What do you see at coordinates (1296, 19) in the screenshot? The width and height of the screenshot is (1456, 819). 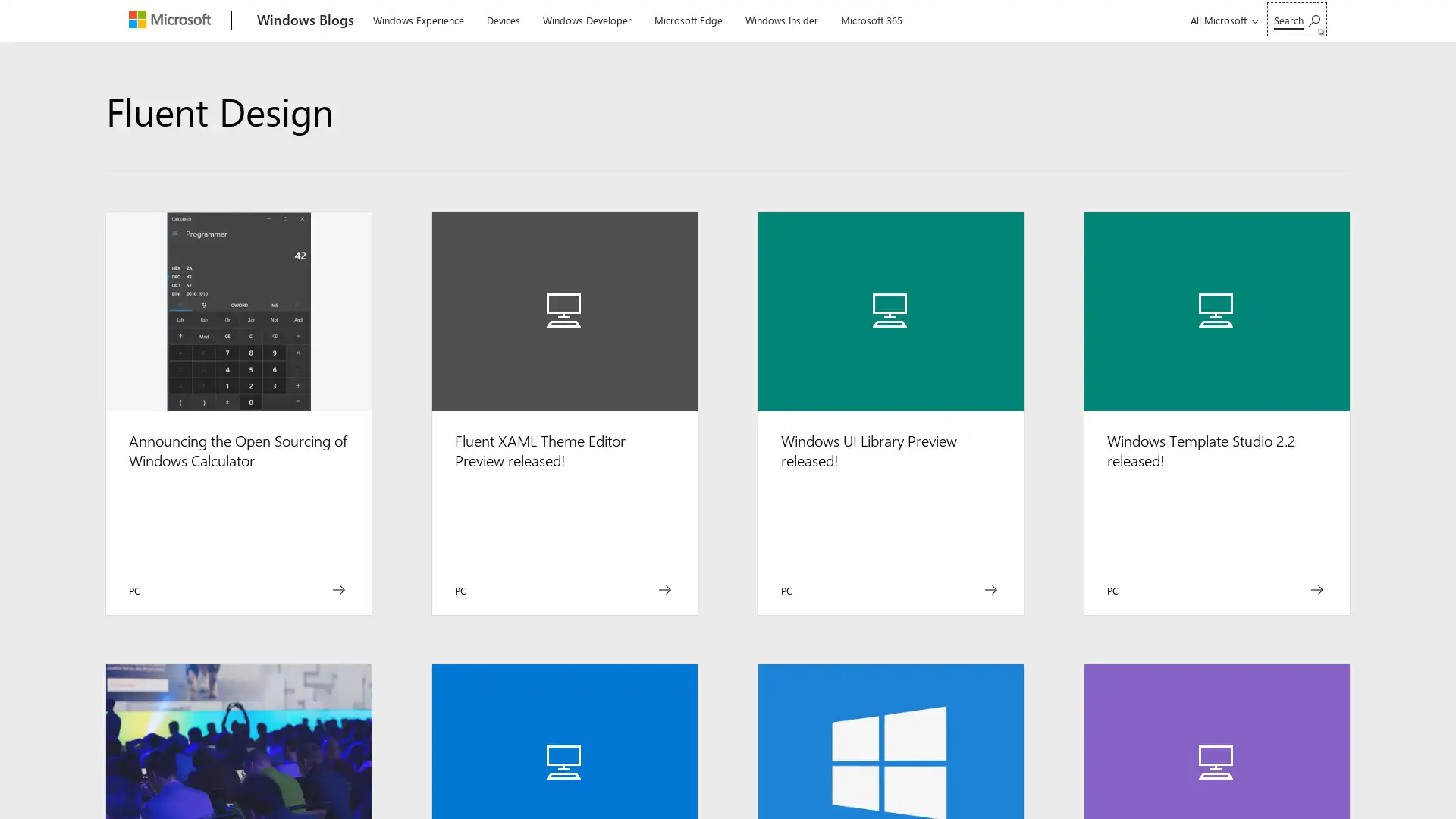 I see `Search` at bounding box center [1296, 19].